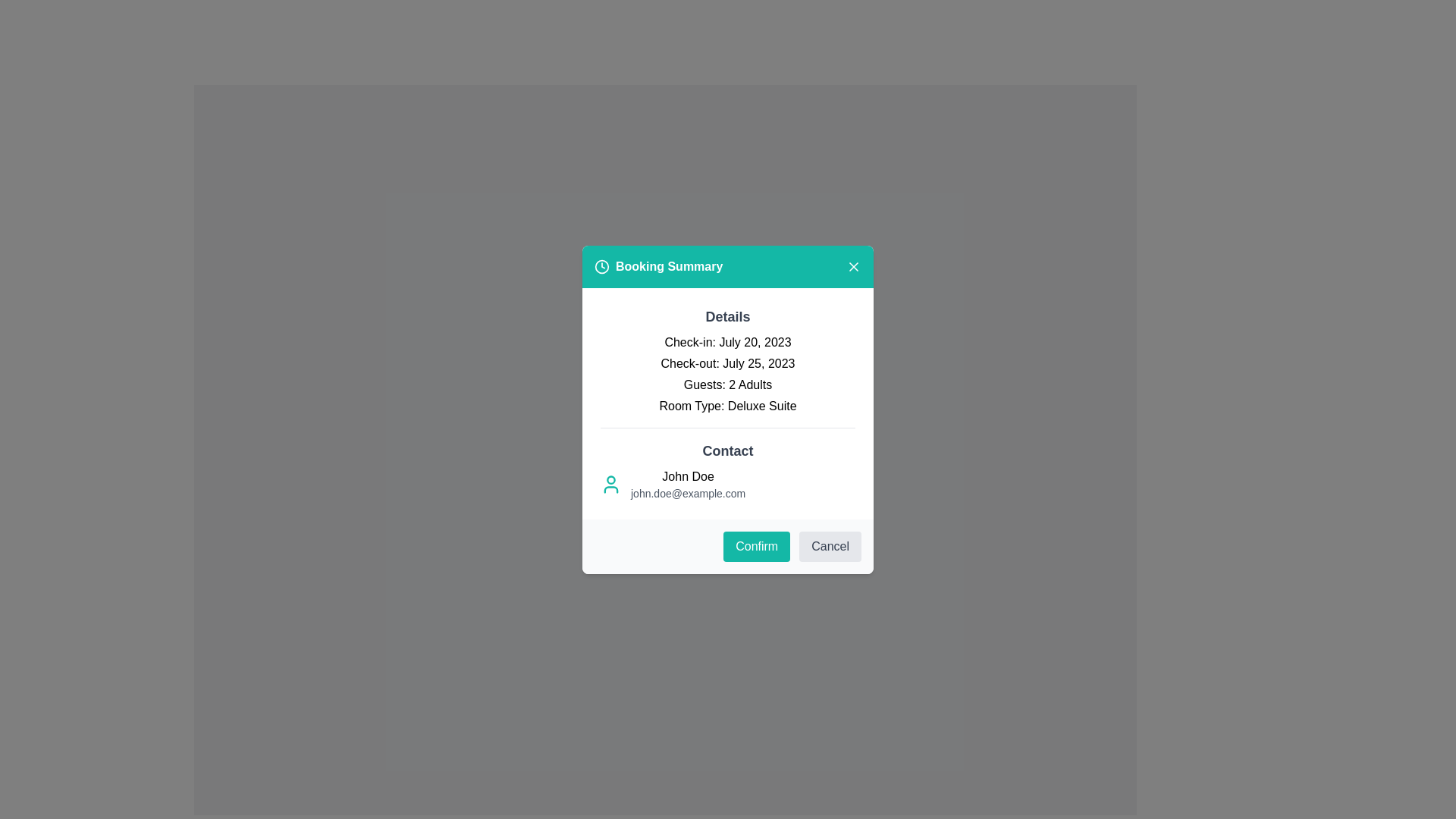  What do you see at coordinates (611, 479) in the screenshot?
I see `the Decorative icon or avatar component located in the contact section of the dialog, which visually represents a person associated with the contact information` at bounding box center [611, 479].